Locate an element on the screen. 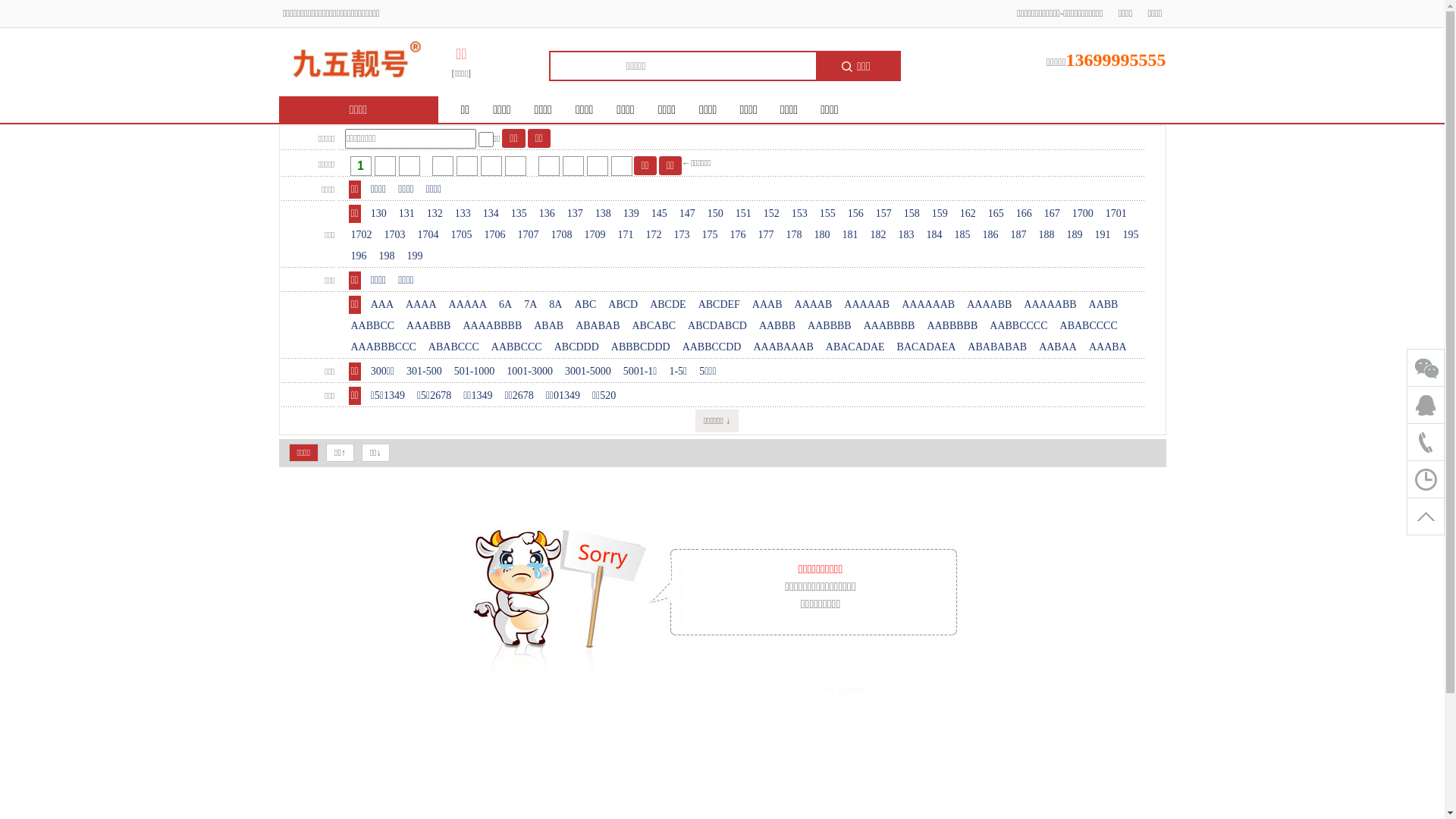 This screenshot has width=1456, height=819. 'ABABAB' is located at coordinates (596, 325).